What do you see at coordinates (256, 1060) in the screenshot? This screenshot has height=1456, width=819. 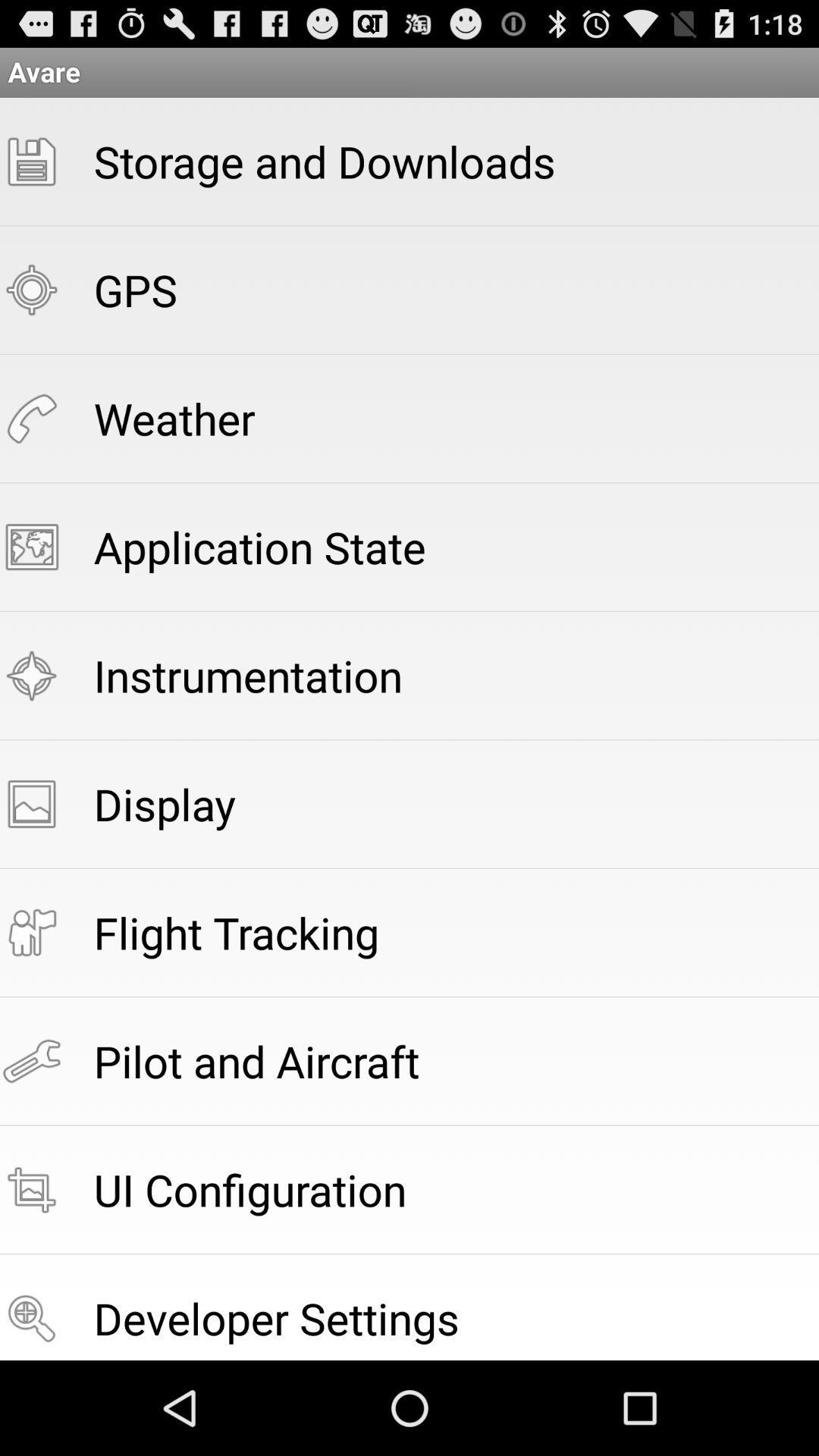 I see `pilot and aircraft` at bounding box center [256, 1060].